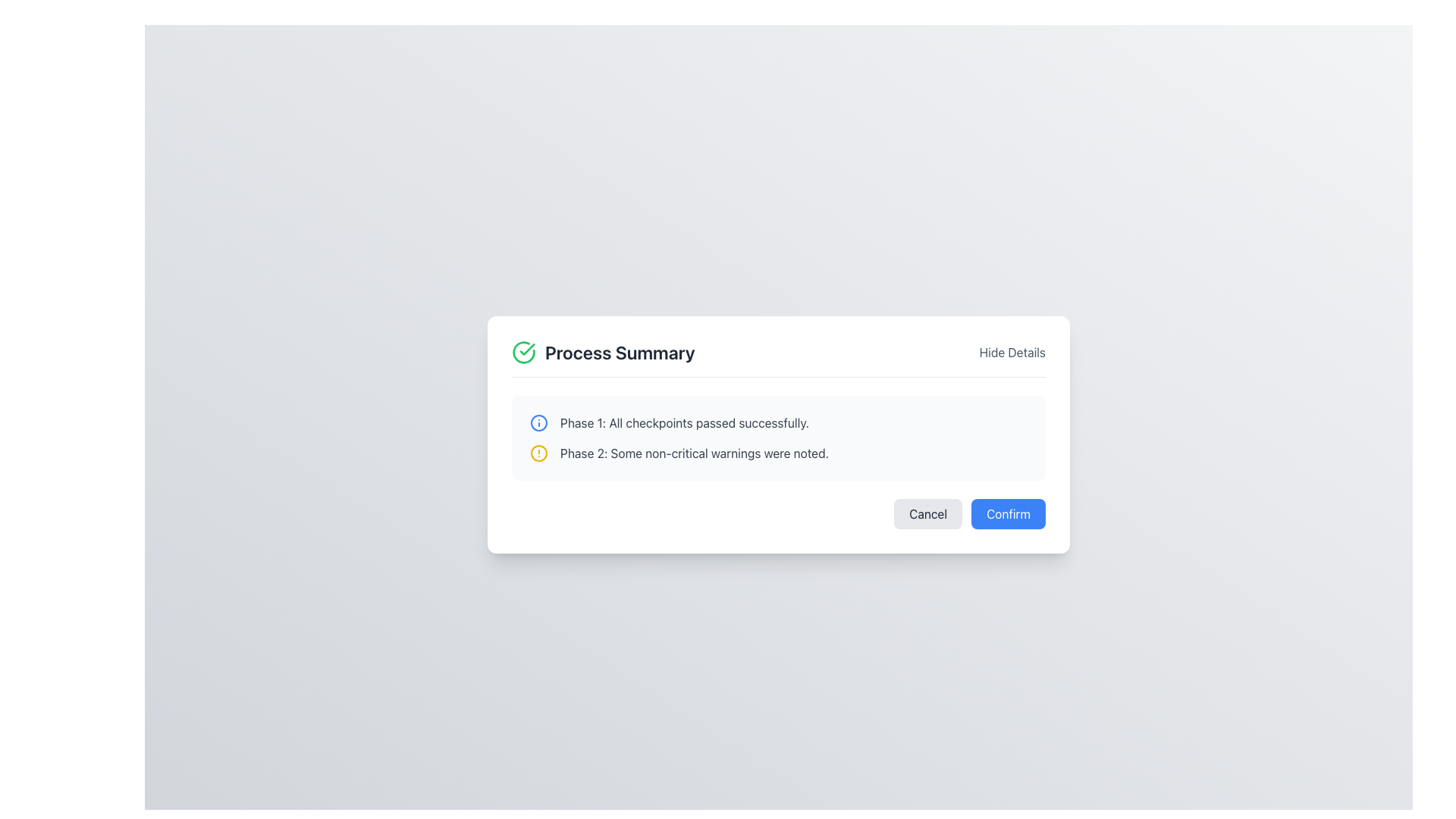 This screenshot has width=1456, height=819. What do you see at coordinates (524, 352) in the screenshot?
I see `the circular icon with a green outline and white center featuring a green checkmark, located to the immediate left of the 'Process Summary' text` at bounding box center [524, 352].